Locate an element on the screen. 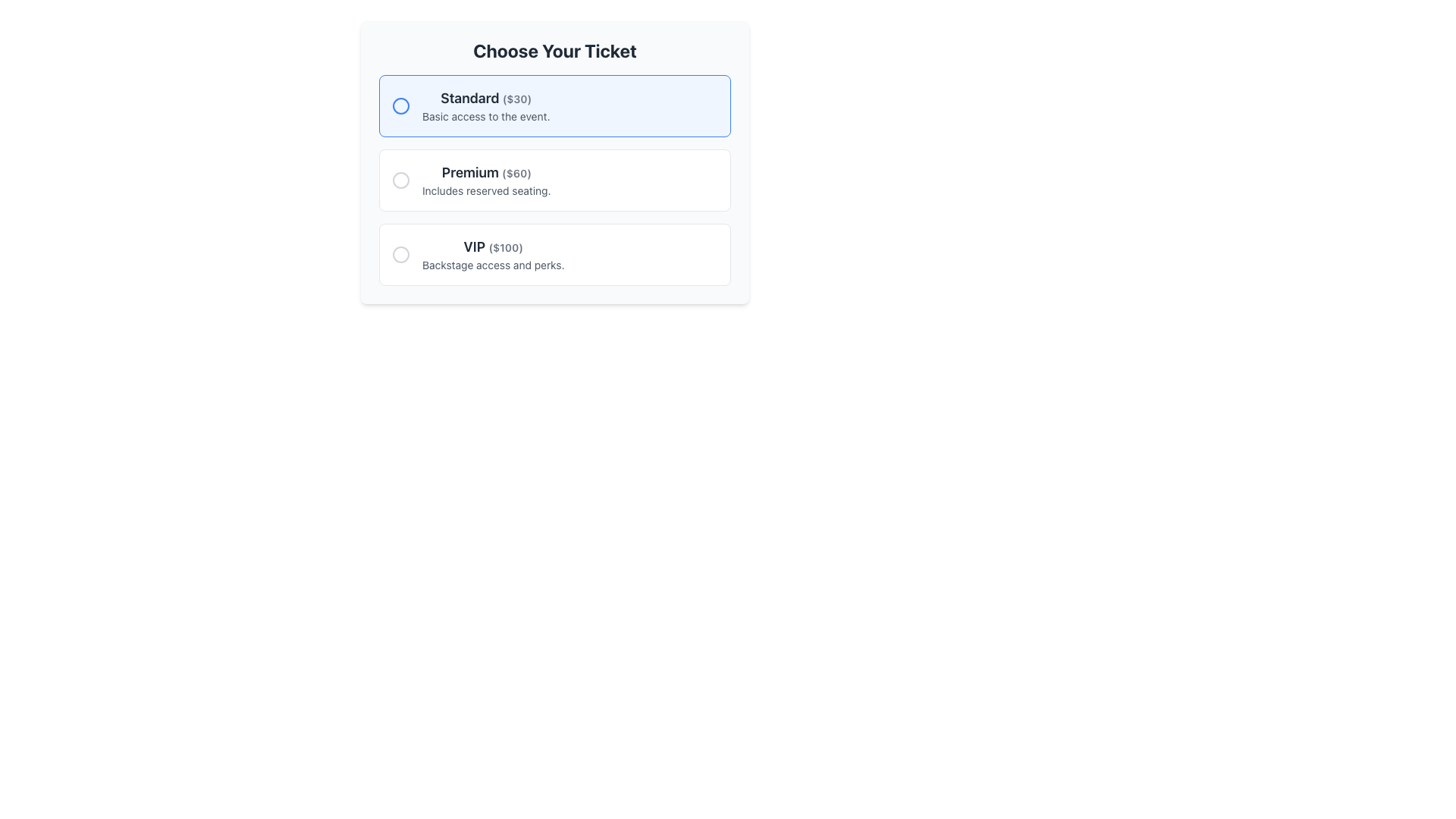  the 'VIP' ticket option description box, which provides details about the $100 ticket offering with backstage access and perks, located as the third option in the vertical list is located at coordinates (493, 253).